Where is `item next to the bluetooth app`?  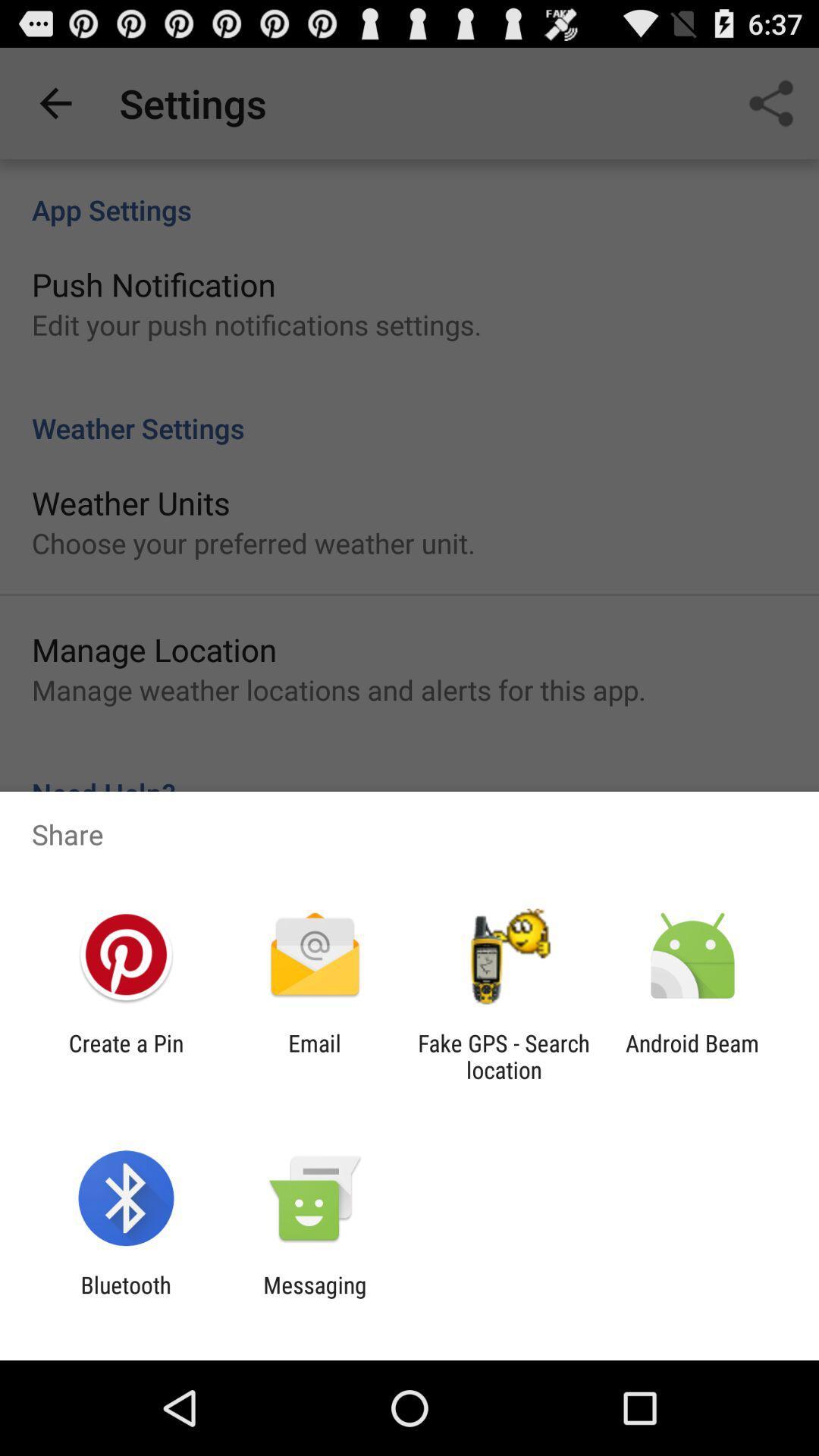
item next to the bluetooth app is located at coordinates (314, 1298).